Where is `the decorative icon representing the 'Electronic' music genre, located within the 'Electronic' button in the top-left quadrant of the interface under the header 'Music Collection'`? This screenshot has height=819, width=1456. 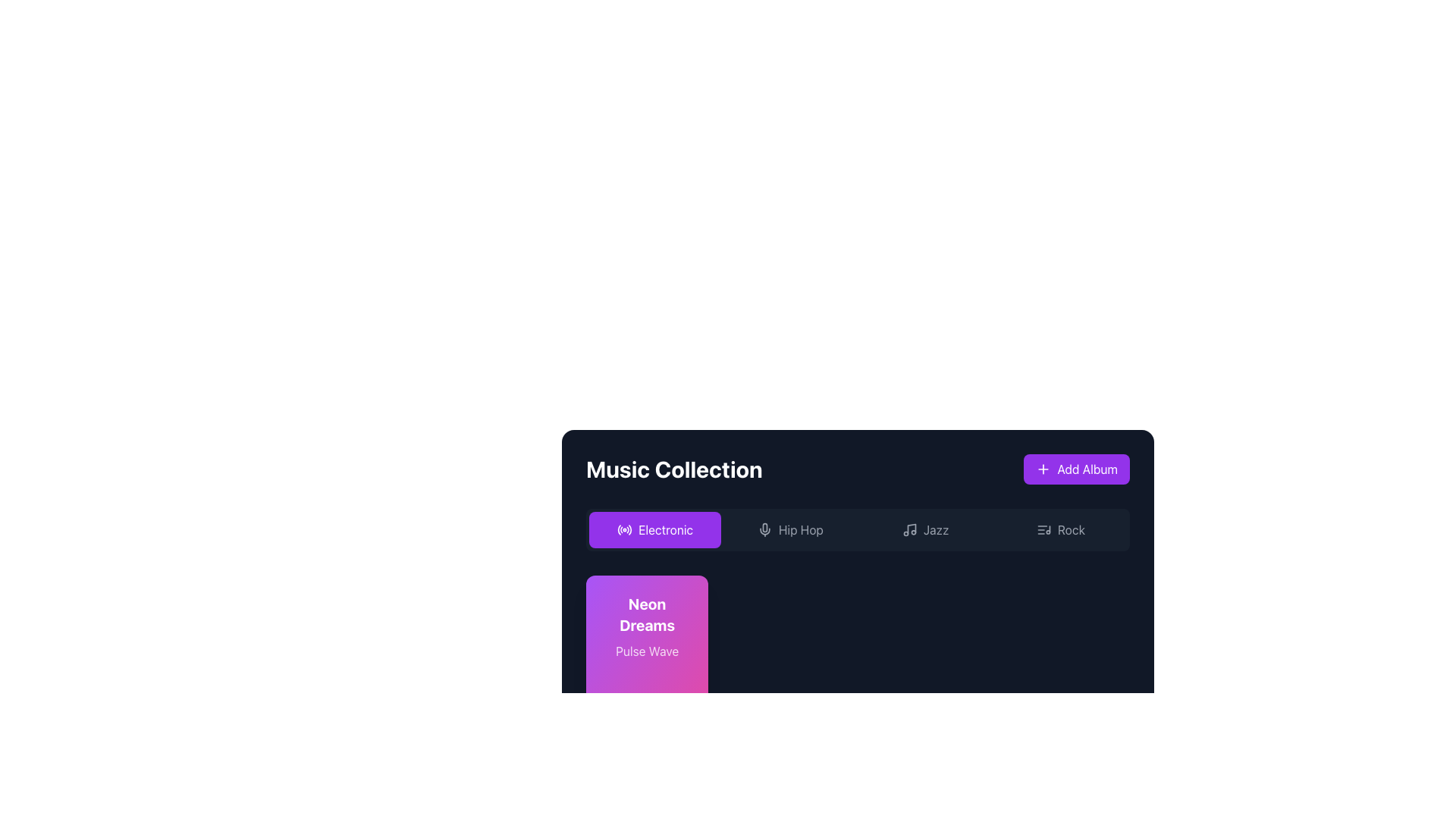 the decorative icon representing the 'Electronic' music genre, located within the 'Electronic' button in the top-left quadrant of the interface under the header 'Music Collection' is located at coordinates (625, 529).